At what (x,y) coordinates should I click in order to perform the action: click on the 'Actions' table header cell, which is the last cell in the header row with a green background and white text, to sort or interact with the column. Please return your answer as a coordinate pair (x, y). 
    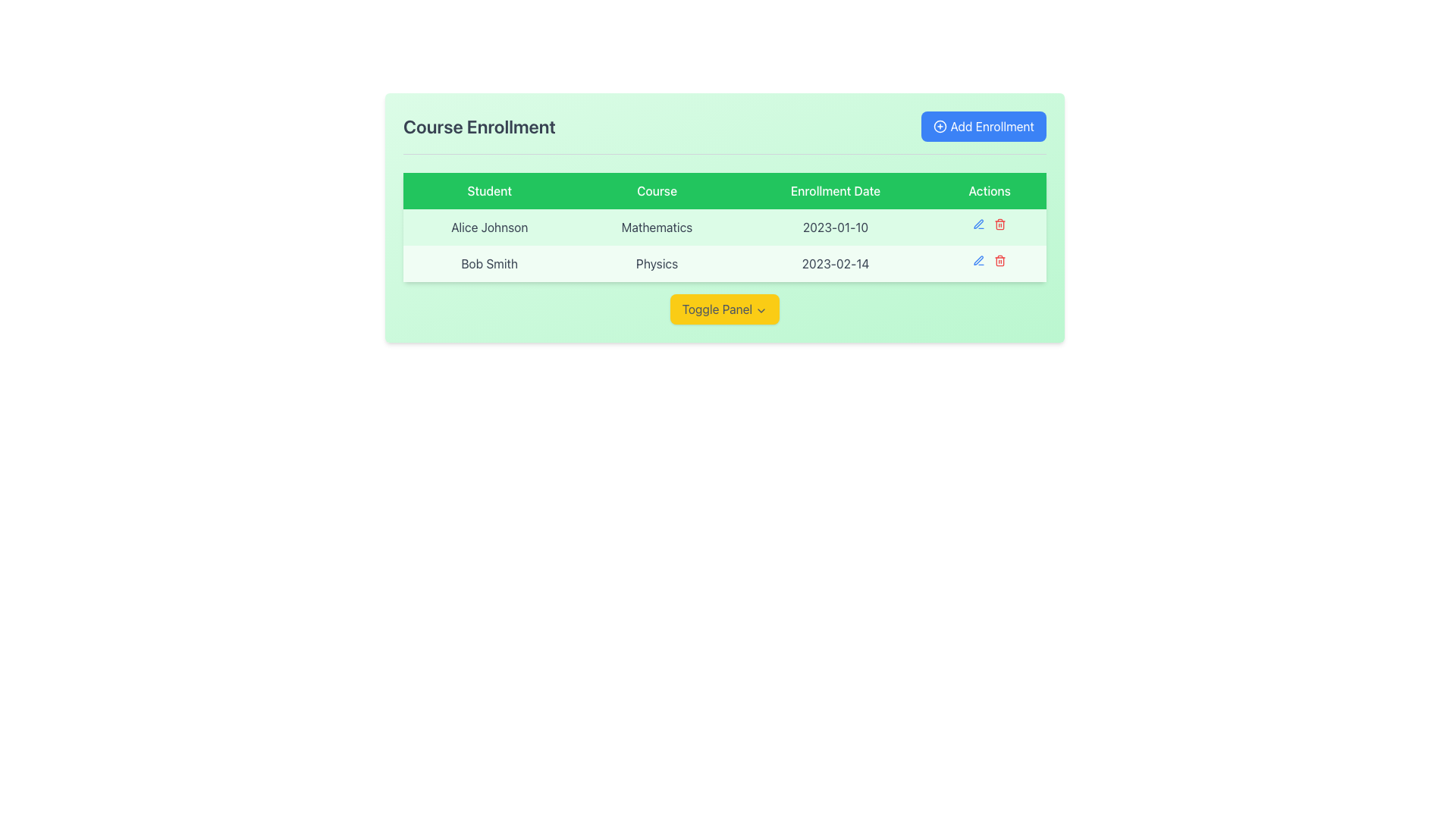
    Looking at the image, I should click on (990, 190).